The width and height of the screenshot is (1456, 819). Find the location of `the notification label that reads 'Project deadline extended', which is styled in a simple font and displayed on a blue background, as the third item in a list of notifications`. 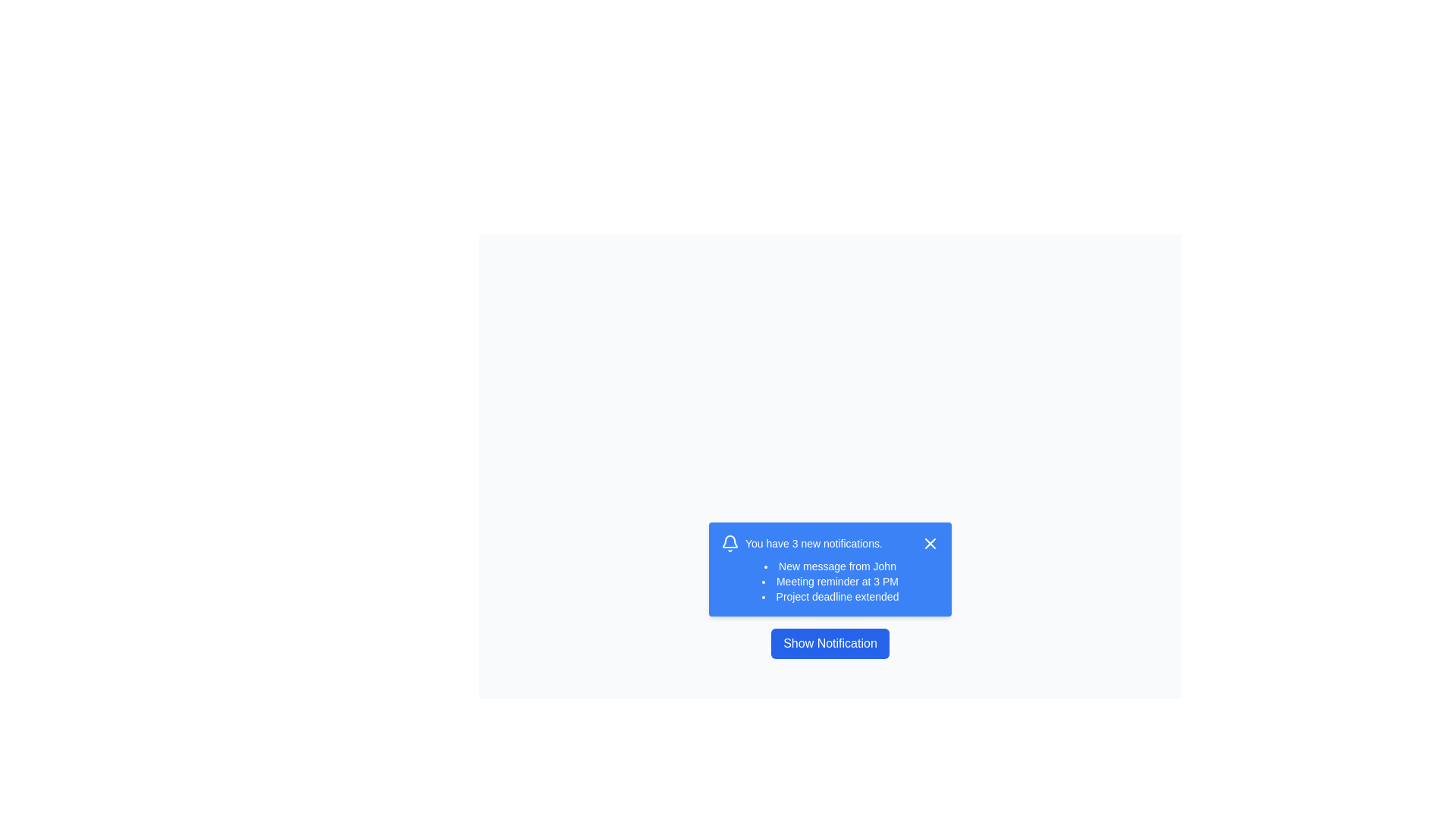

the notification label that reads 'Project deadline extended', which is styled in a simple font and displayed on a blue background, as the third item in a list of notifications is located at coordinates (829, 595).